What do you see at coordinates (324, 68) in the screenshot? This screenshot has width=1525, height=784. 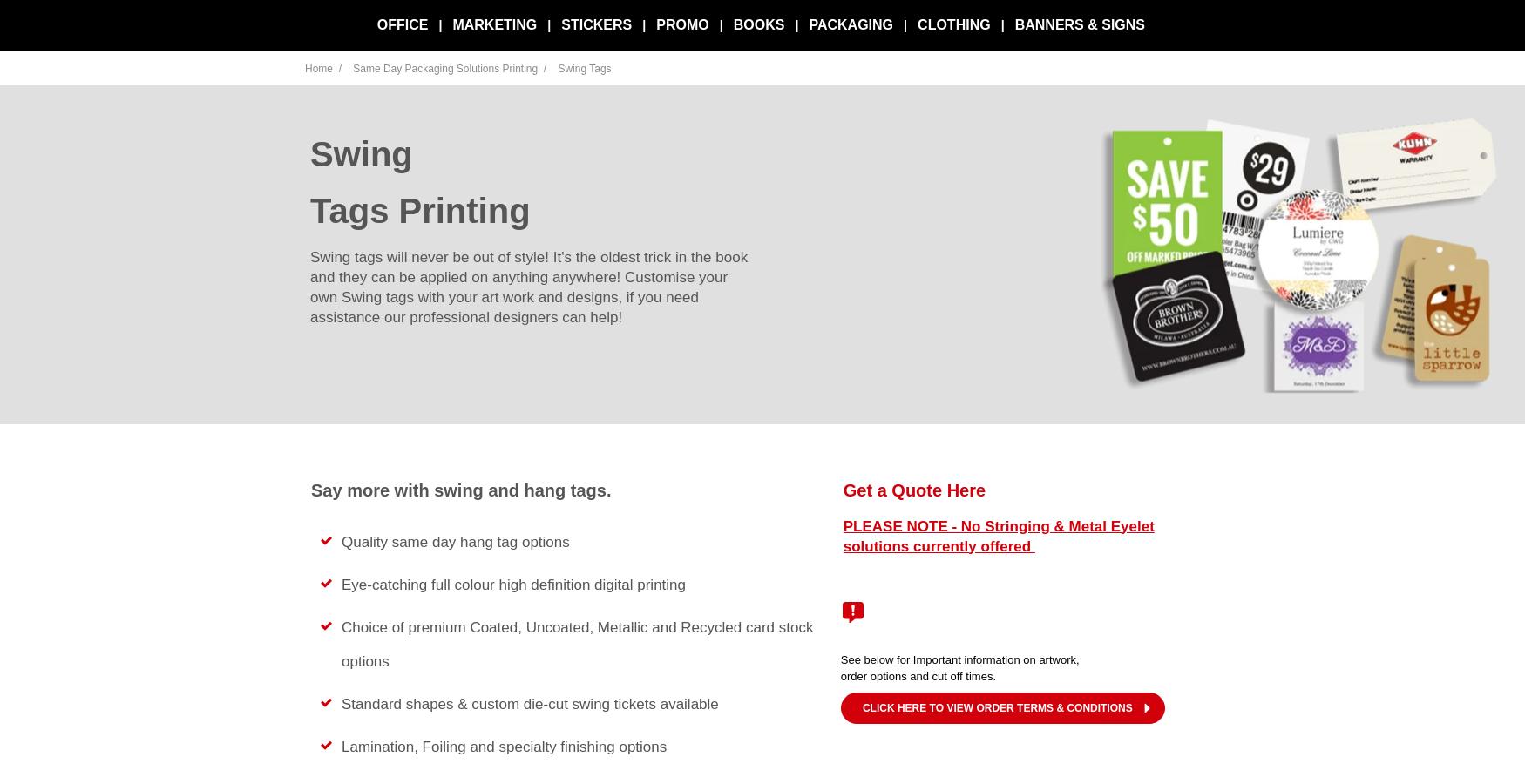 I see `'Home  /'` at bounding box center [324, 68].